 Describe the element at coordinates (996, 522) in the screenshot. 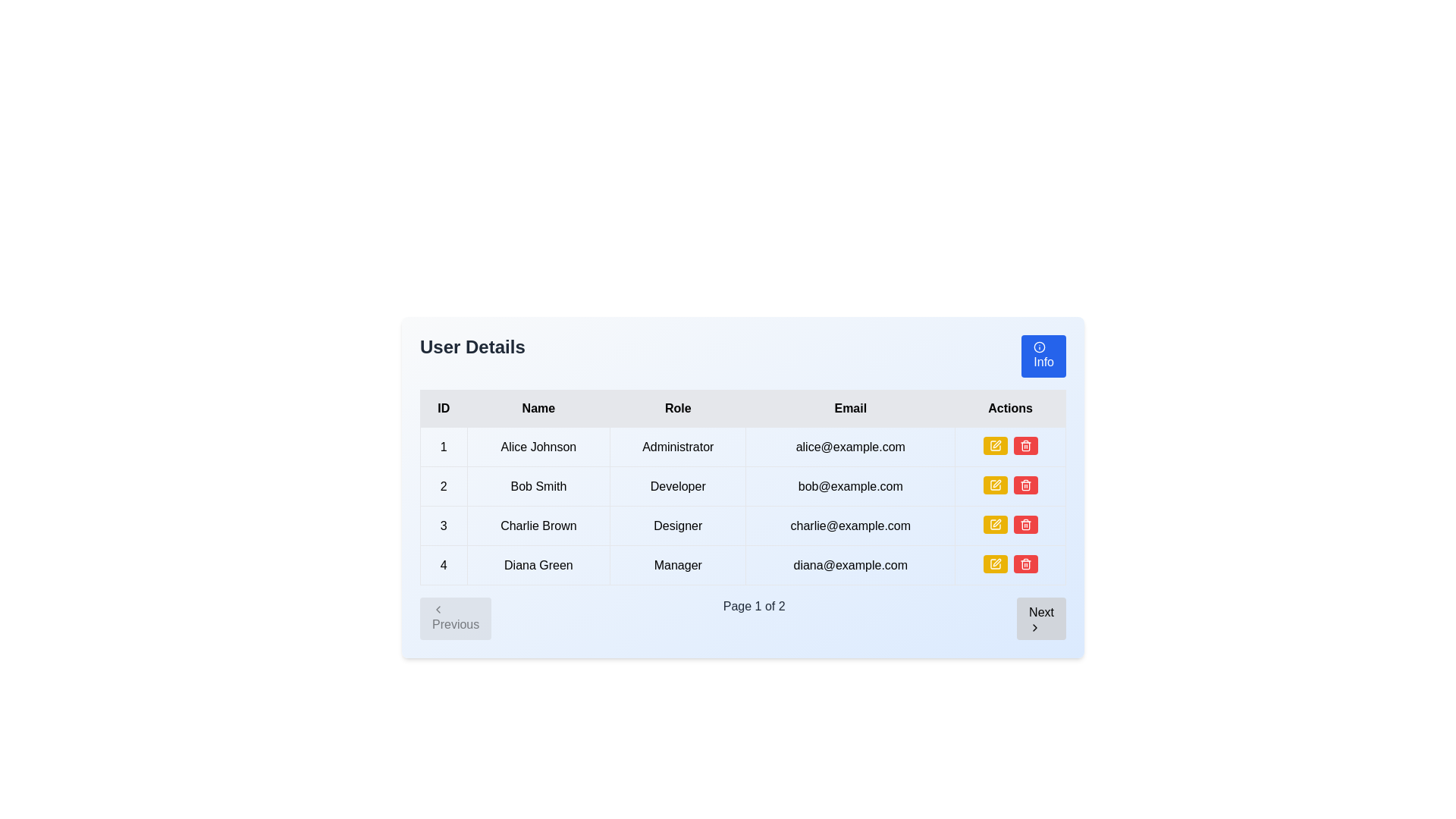

I see `the edit icon for user 'Charlie Brown' in the Actions column of the table` at that location.